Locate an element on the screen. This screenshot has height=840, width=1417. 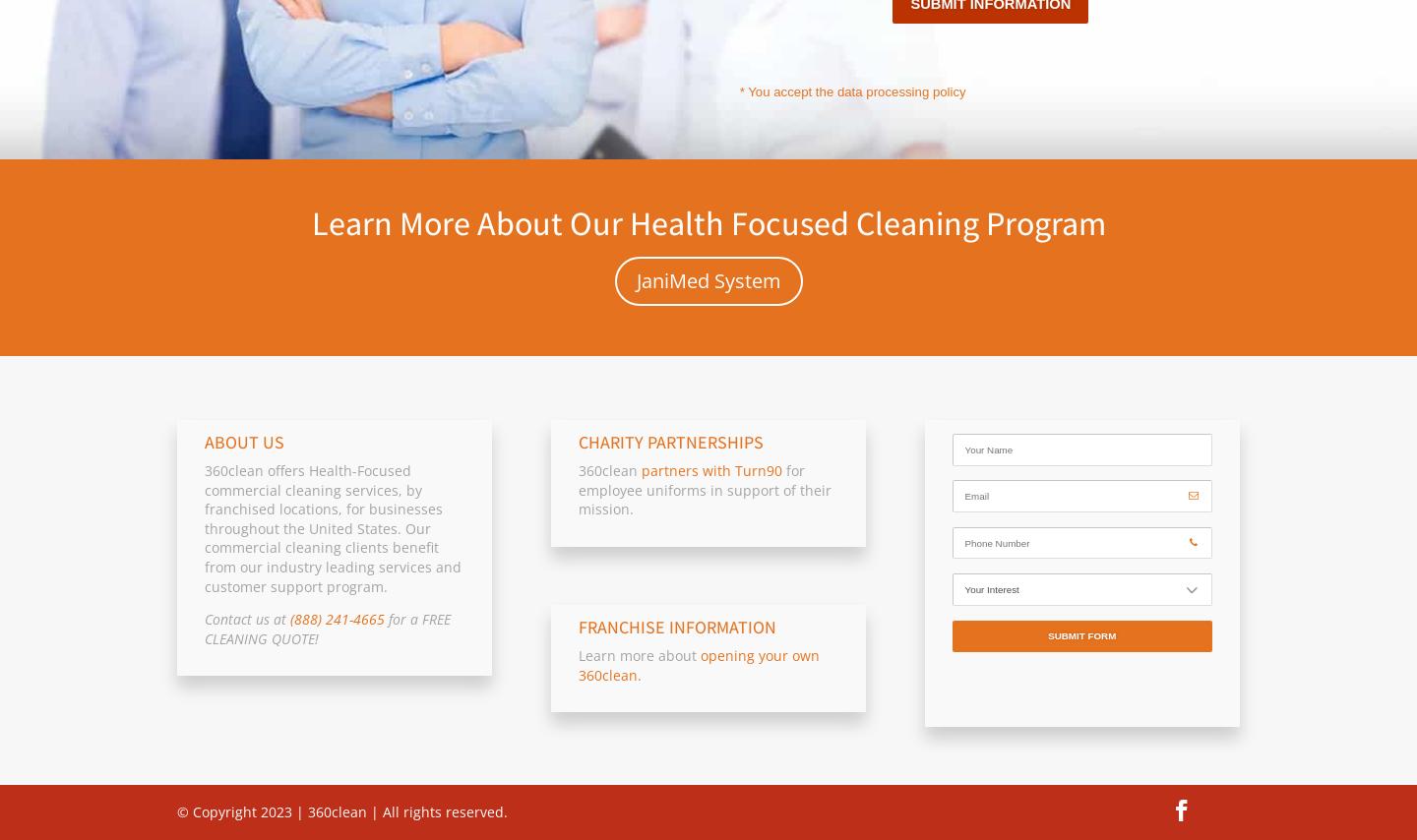
'FRANCHISE INFORMATION' is located at coordinates (676, 626).